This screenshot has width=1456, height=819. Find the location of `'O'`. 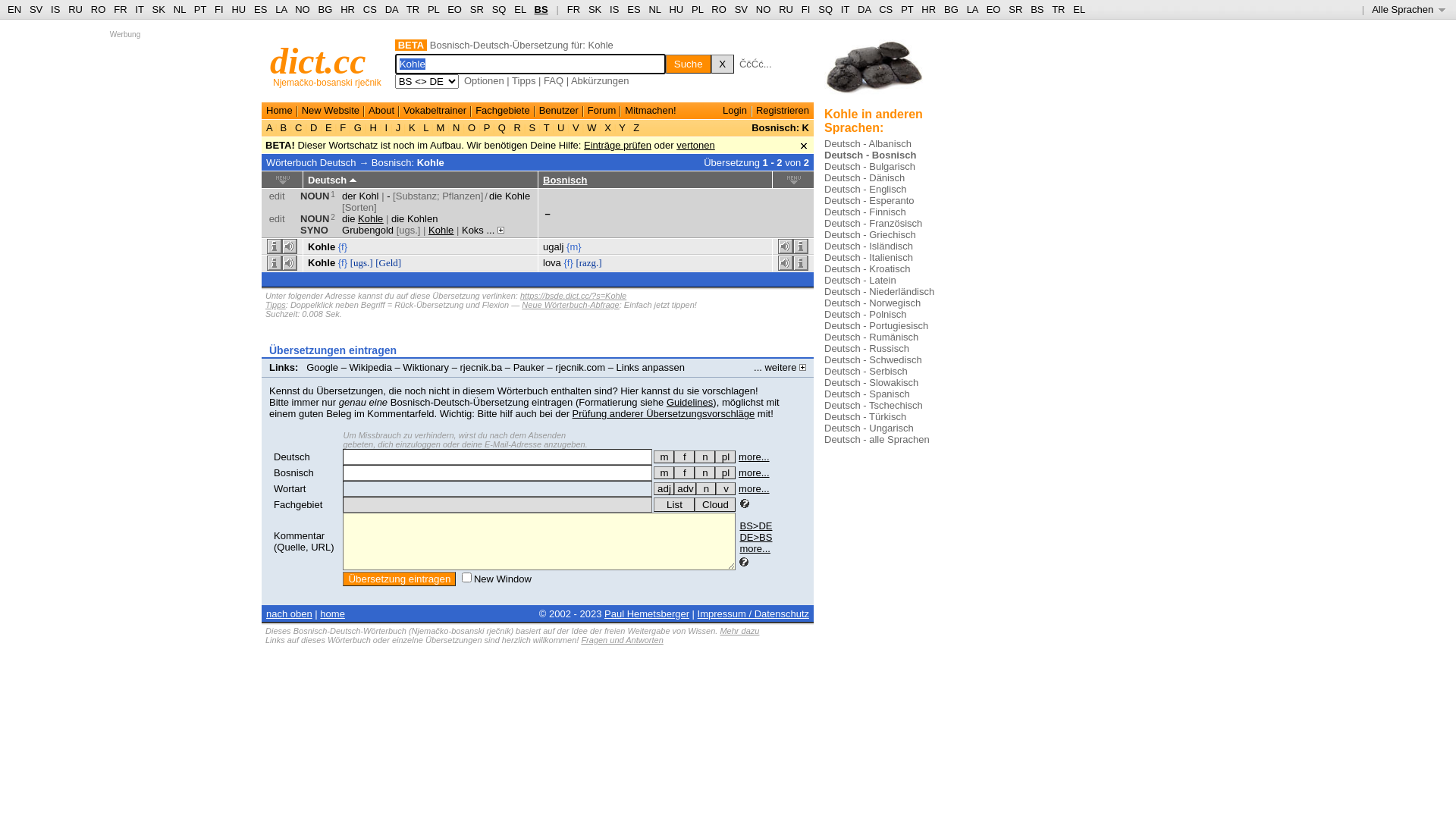

'O' is located at coordinates (470, 127).